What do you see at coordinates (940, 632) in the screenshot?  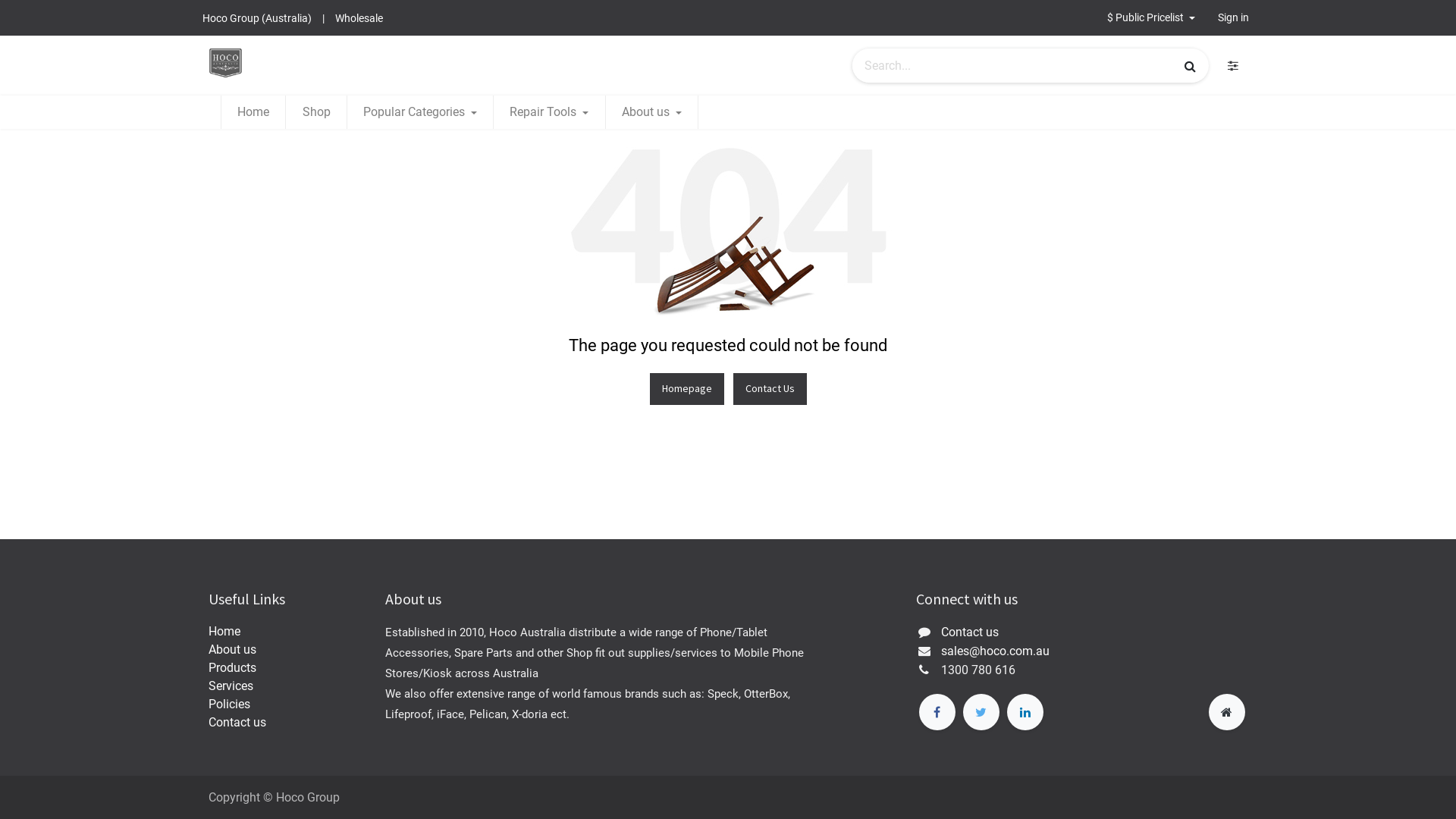 I see `'Contact us'` at bounding box center [940, 632].